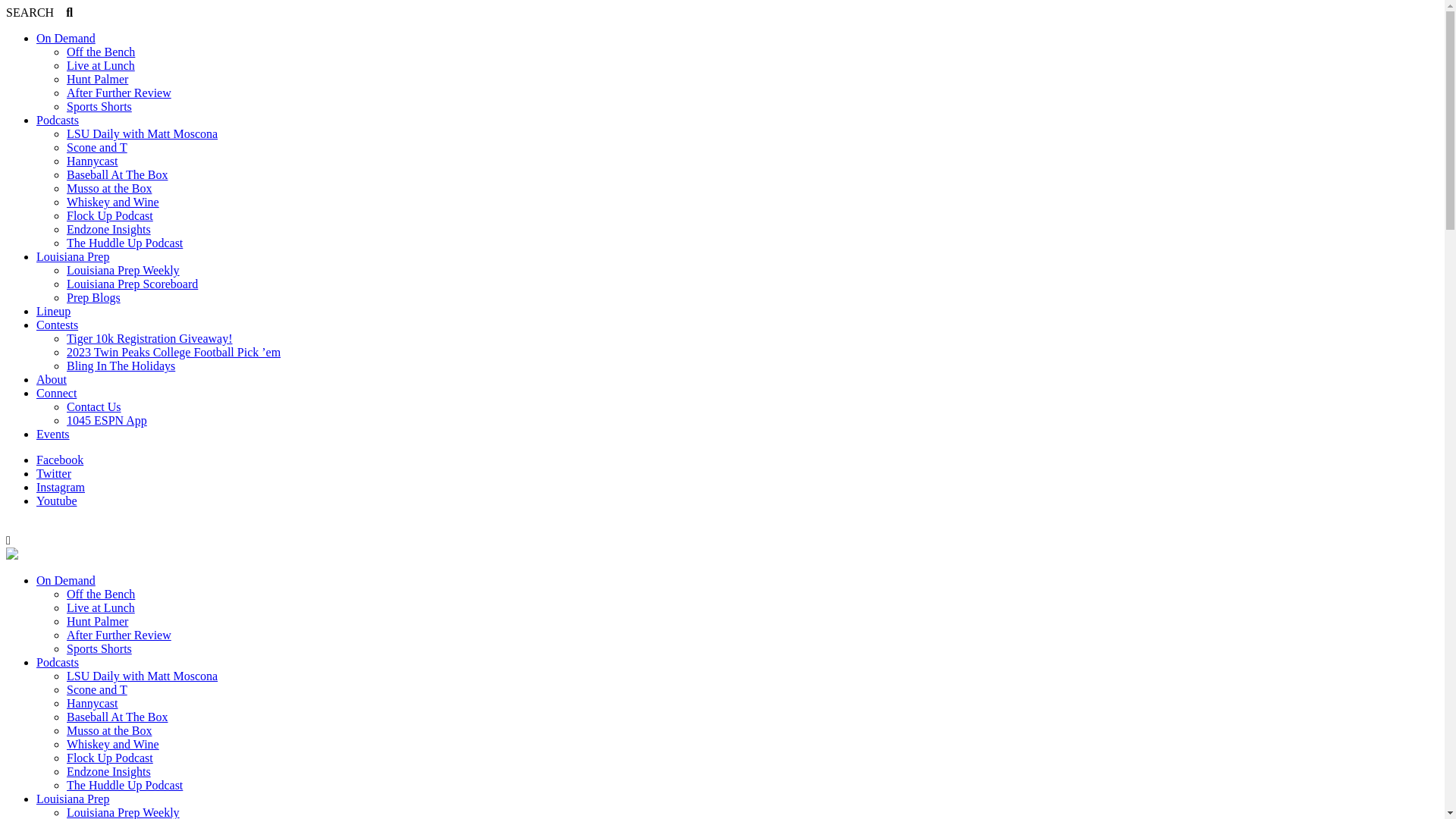 The image size is (1456, 819). What do you see at coordinates (65, 161) in the screenshot?
I see `'Hannycast'` at bounding box center [65, 161].